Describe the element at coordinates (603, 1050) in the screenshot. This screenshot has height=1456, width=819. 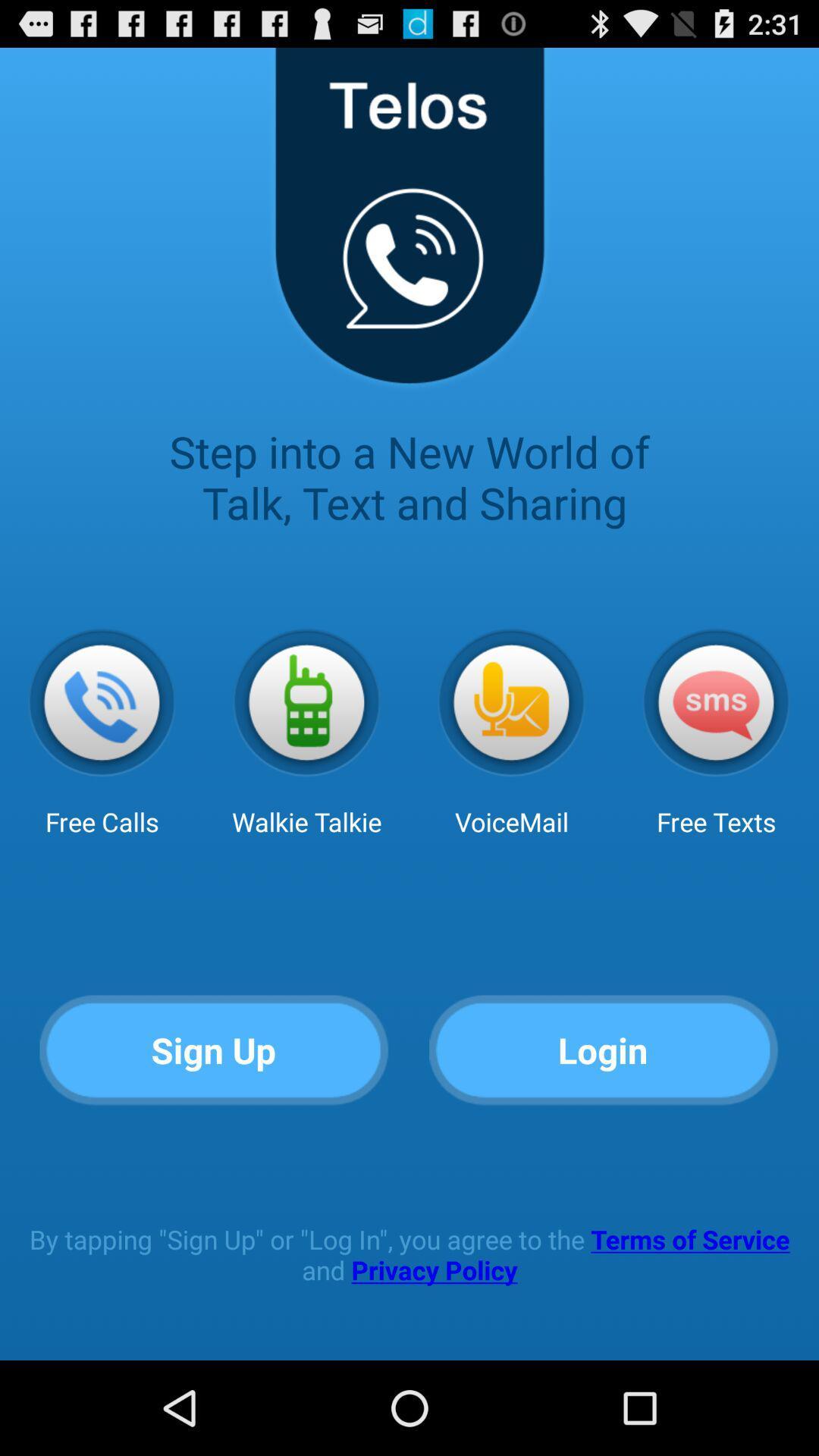
I see `item next to sign up item` at that location.